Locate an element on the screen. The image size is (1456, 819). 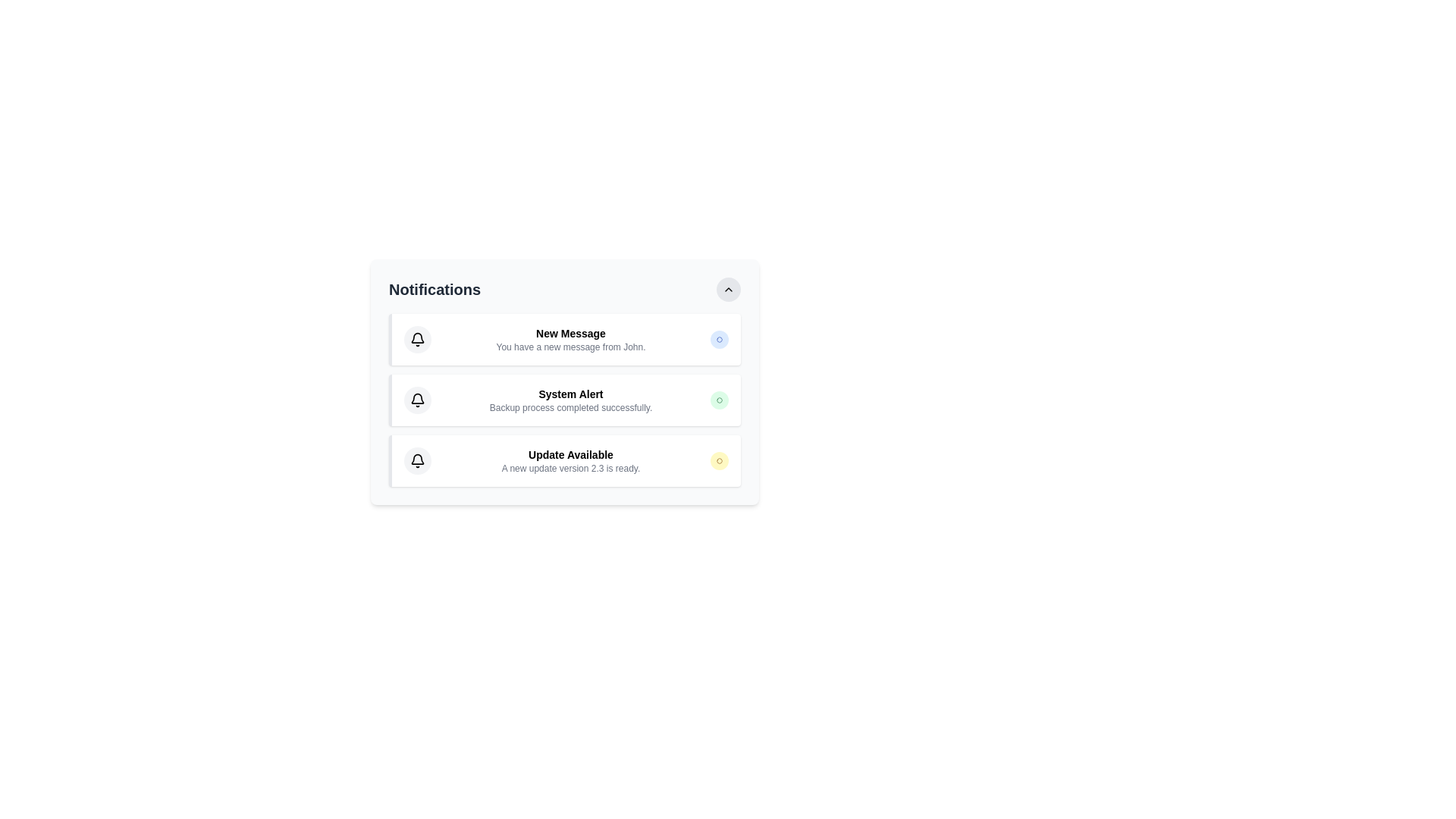
the text label reading 'Backup process completed successfully.' which is styled in gray and located below the 'System Alert' heading in a notification block is located at coordinates (570, 406).